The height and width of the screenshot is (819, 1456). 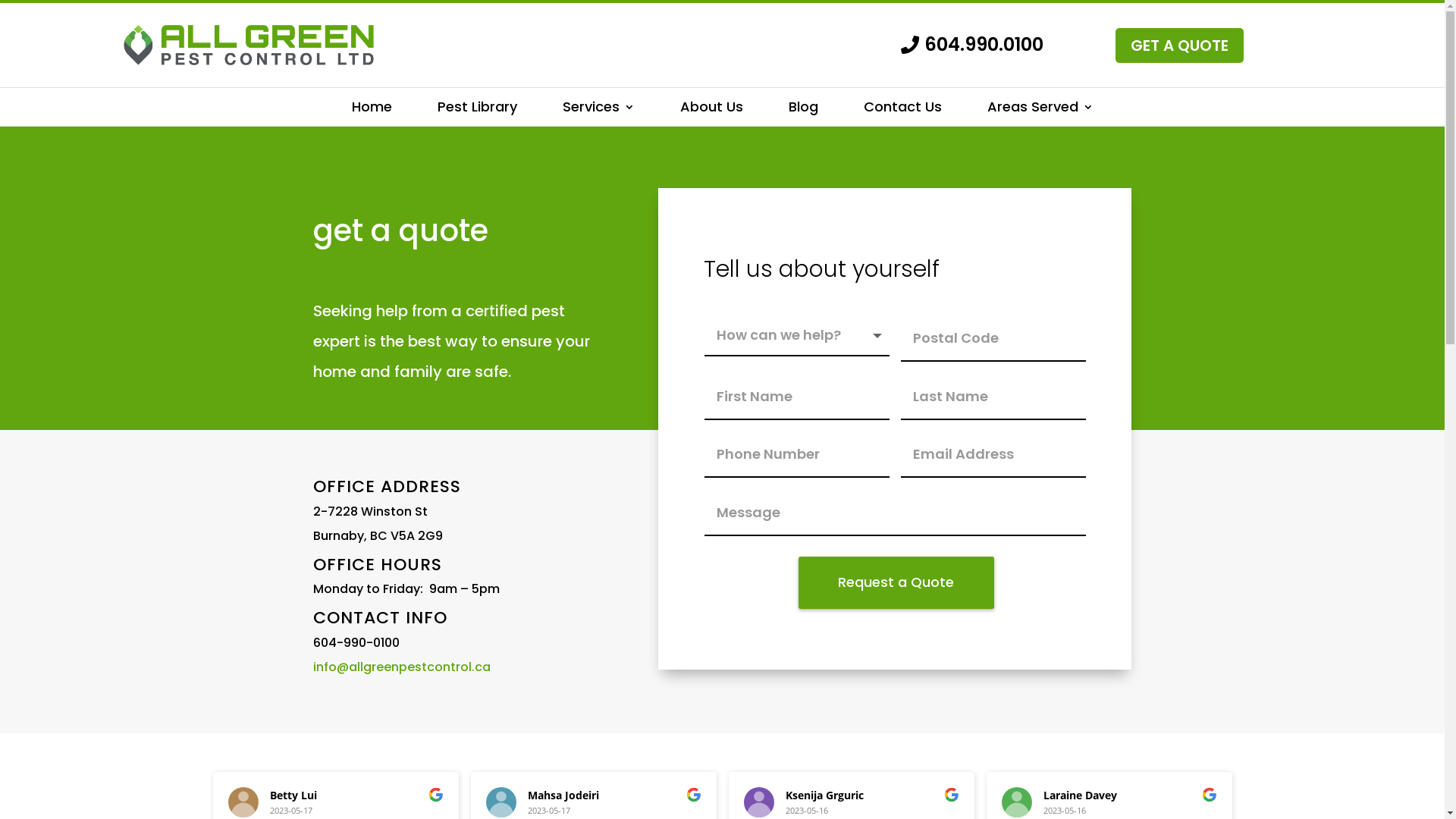 I want to click on 'logo-01', so click(x=247, y=44).